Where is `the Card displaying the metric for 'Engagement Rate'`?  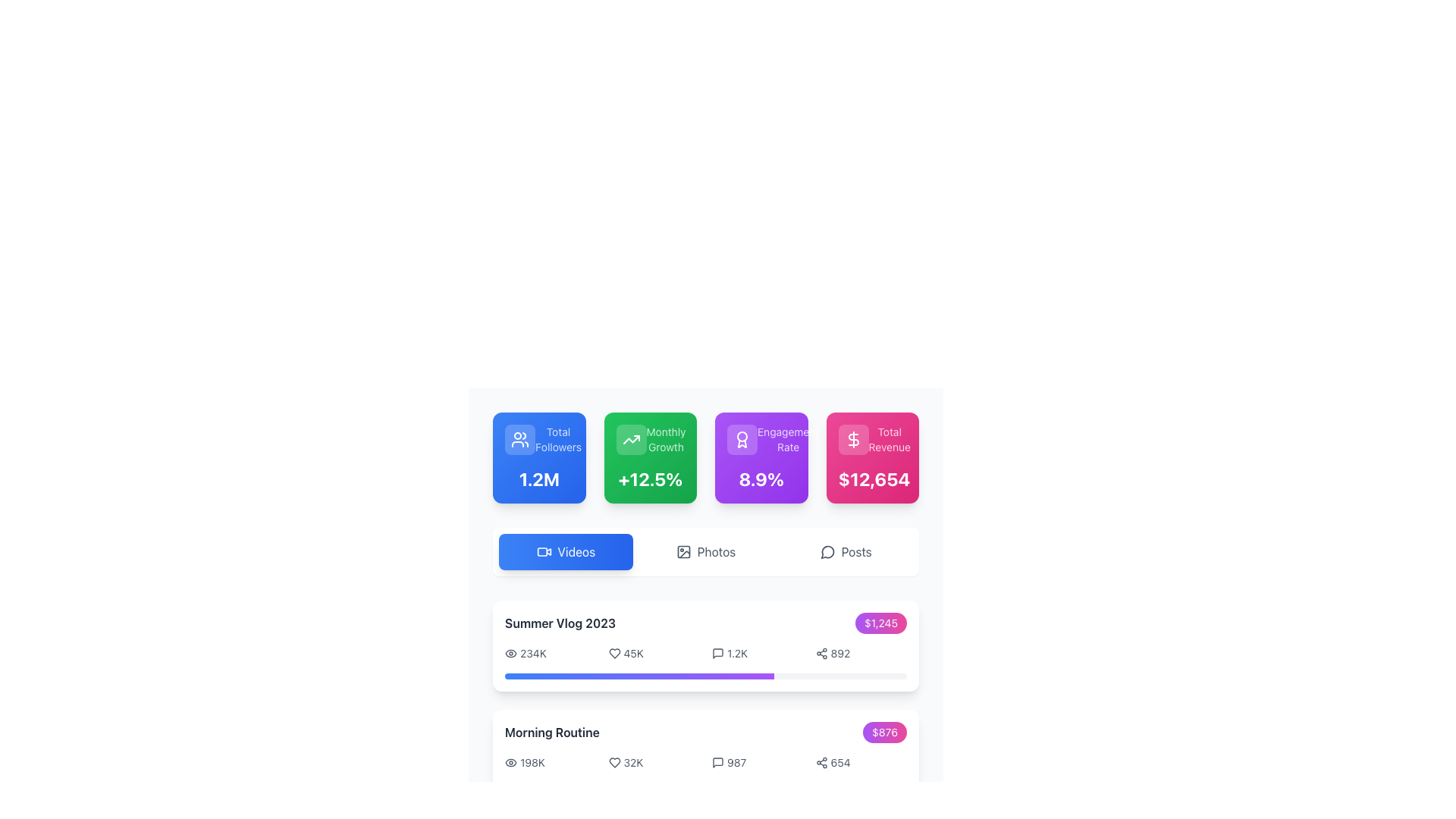
the Card displaying the metric for 'Engagement Rate' is located at coordinates (761, 457).